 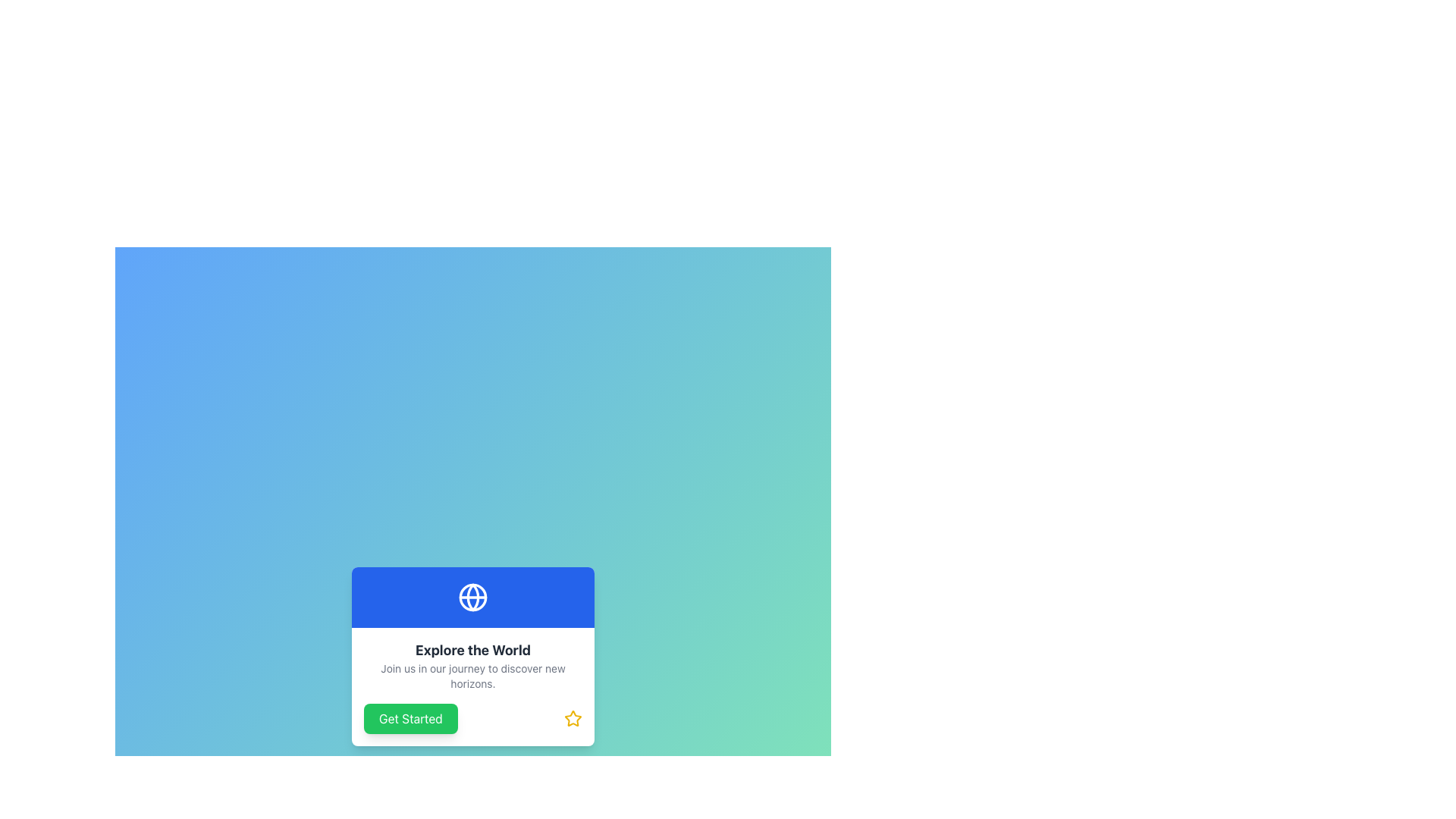 What do you see at coordinates (472, 675) in the screenshot?
I see `the text element that reads 'Join us in our journey to discover new horizons.', which is styled in a small font and gray color, located centrally below the title 'Explore the World'` at bounding box center [472, 675].